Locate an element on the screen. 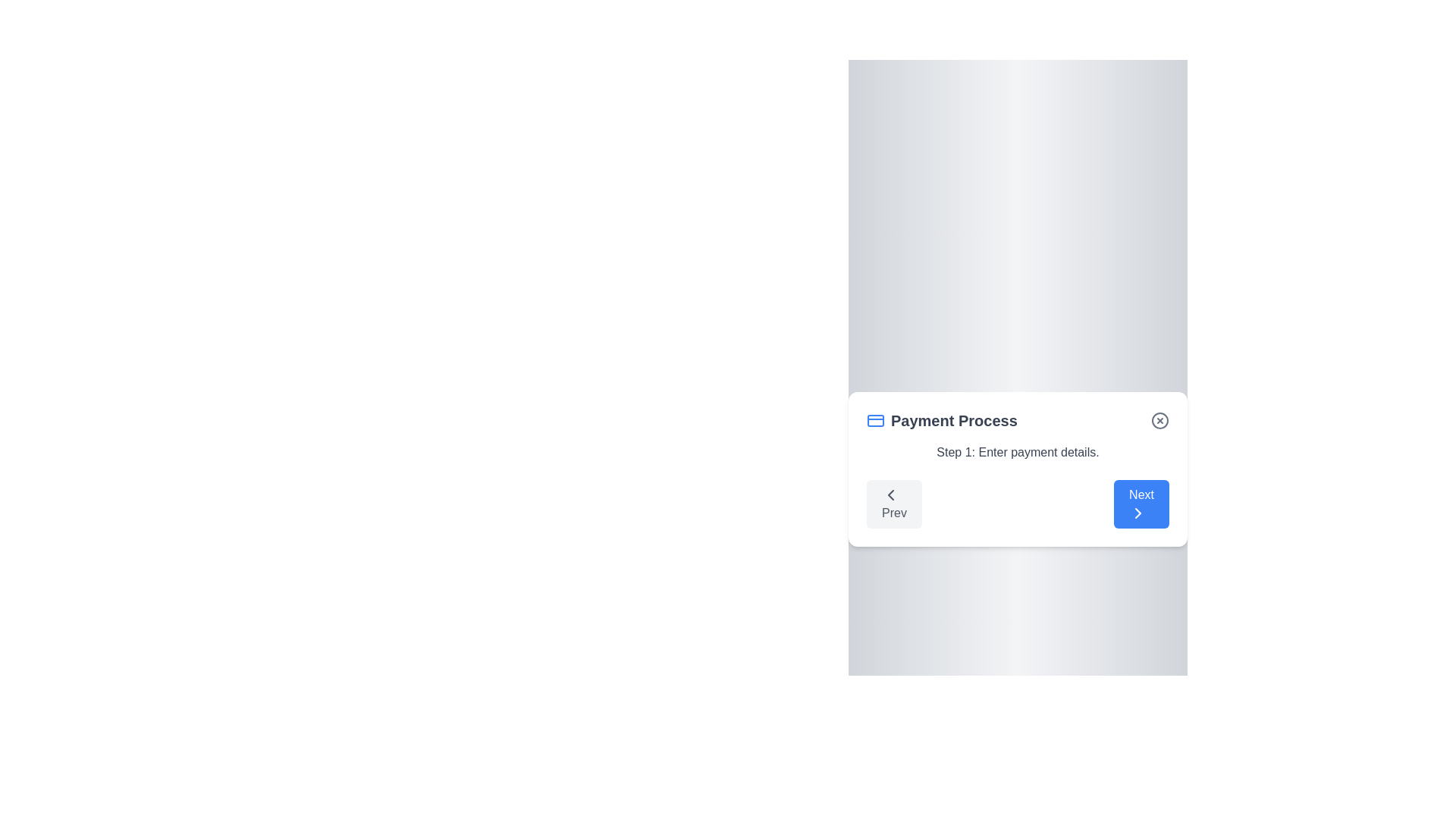 Image resolution: width=1456 pixels, height=819 pixels. text from the static label that informs the user about the current step in the payment process, positioned below the 'Payment Process' header and above the 'Prev' and 'Next' buttons is located at coordinates (1018, 452).